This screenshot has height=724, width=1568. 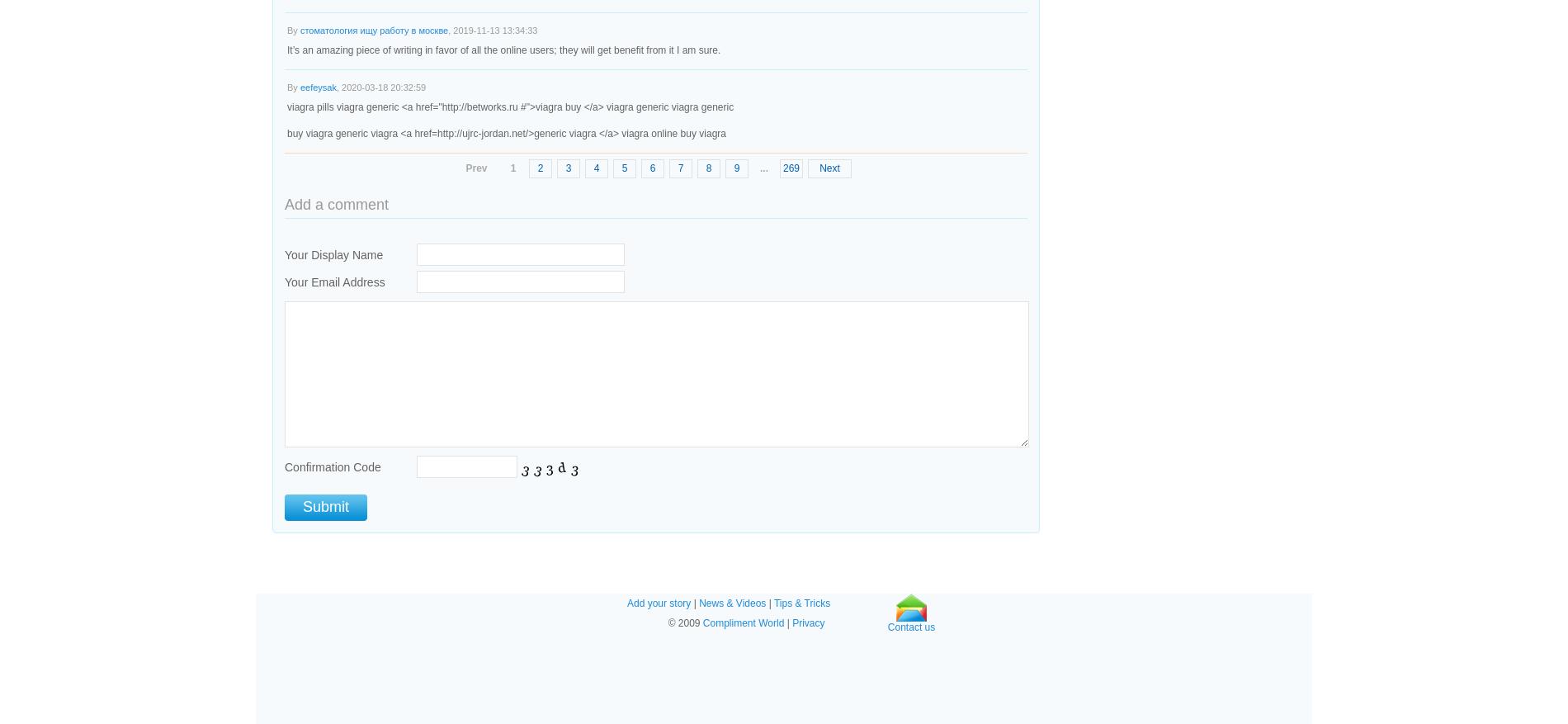 What do you see at coordinates (333, 280) in the screenshot?
I see `'Your Email Address'` at bounding box center [333, 280].